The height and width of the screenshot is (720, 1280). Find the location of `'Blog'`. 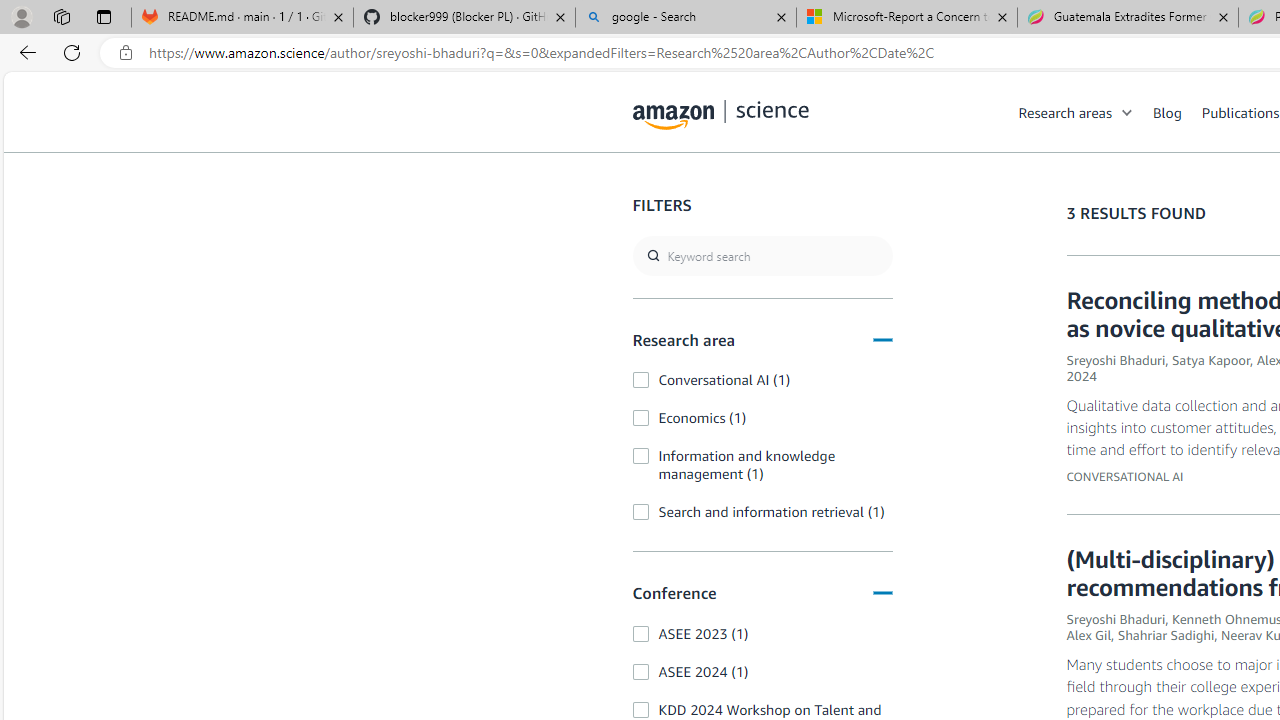

'Blog' is located at coordinates (1167, 111).